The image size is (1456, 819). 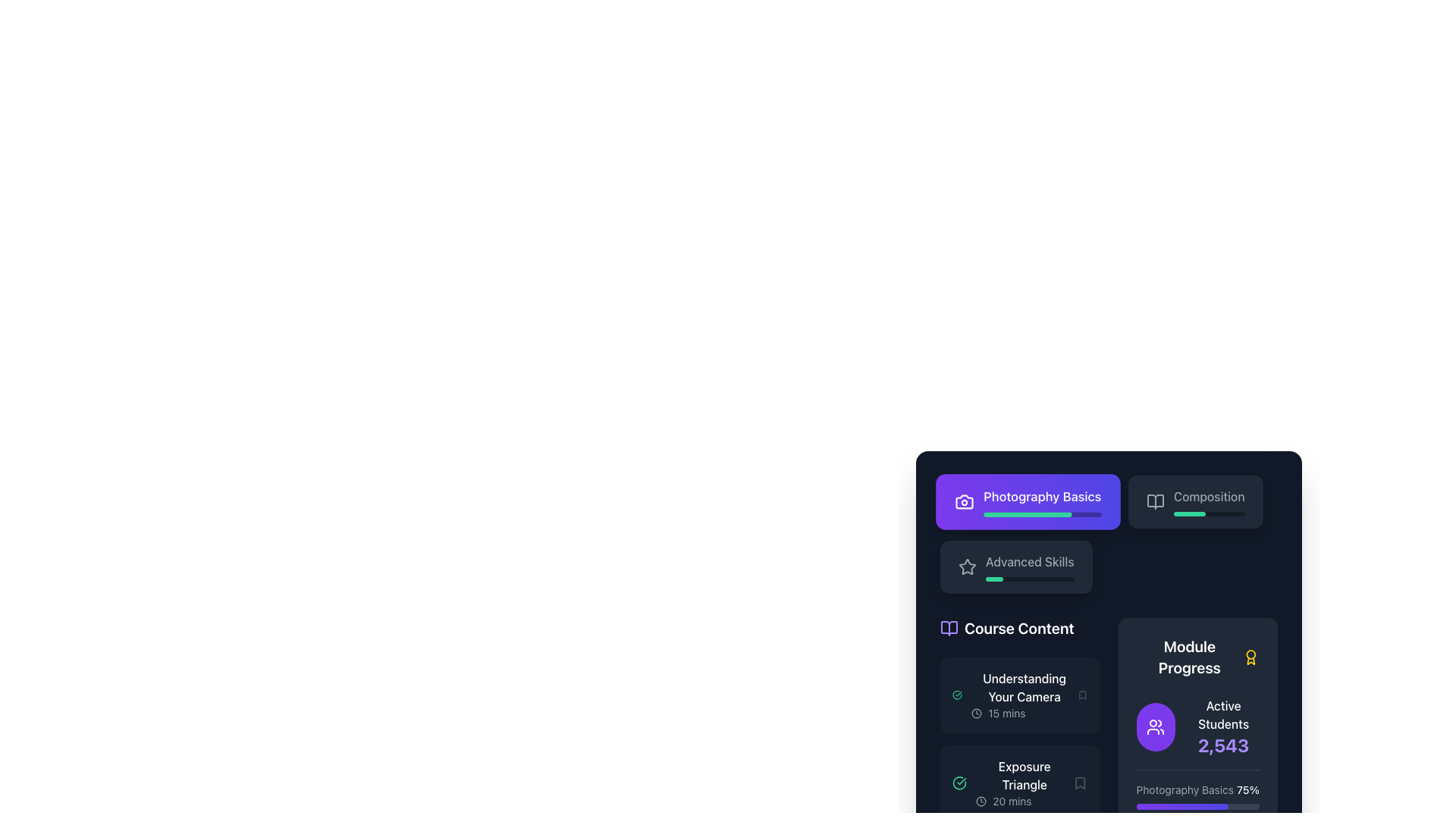 What do you see at coordinates (1197, 795) in the screenshot?
I see `the Progress indicator for the 'Photography Basics' module to check for interactive details` at bounding box center [1197, 795].